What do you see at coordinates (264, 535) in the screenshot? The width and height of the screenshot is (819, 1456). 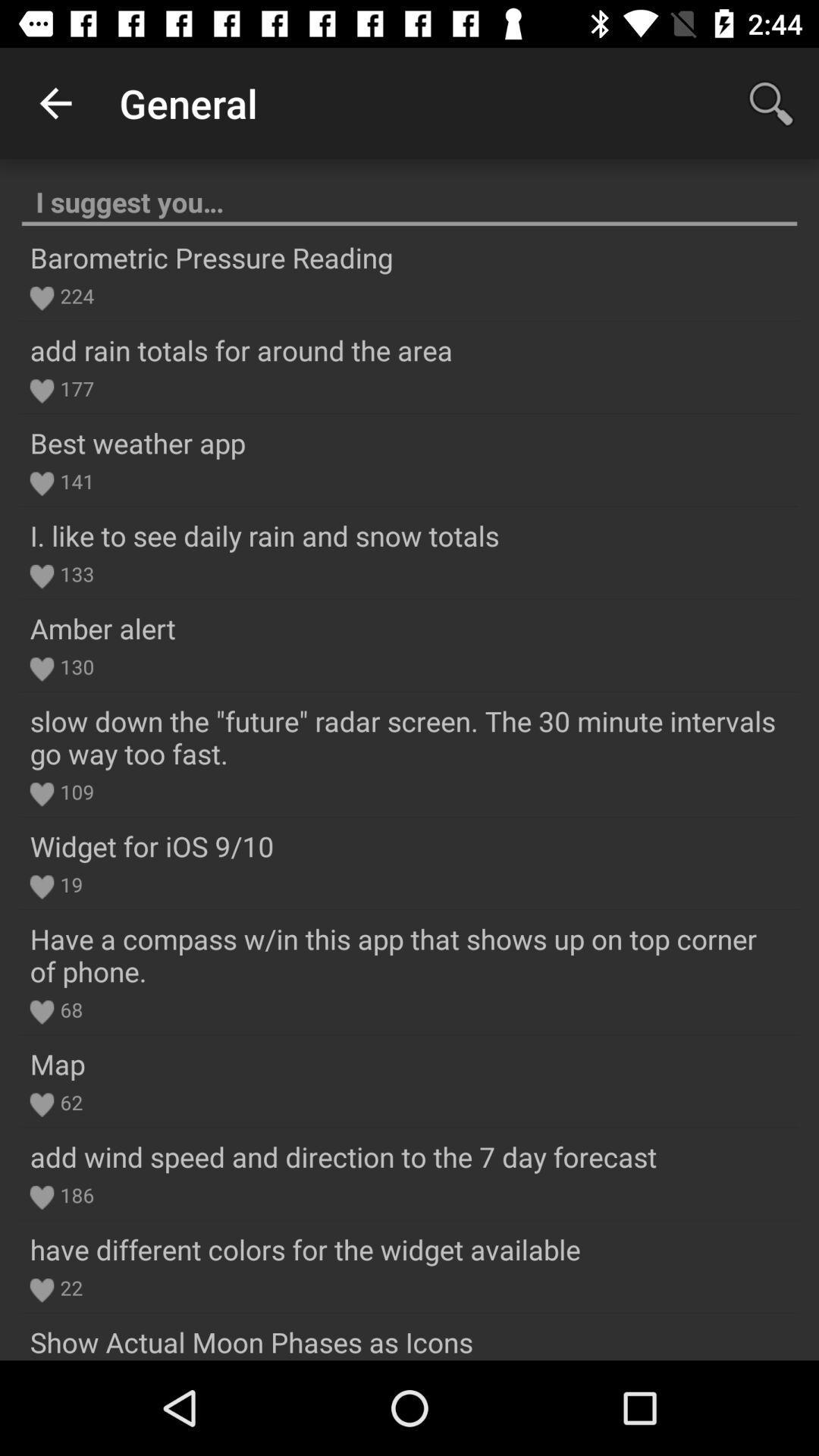 I see `the icon above the 133 item` at bounding box center [264, 535].